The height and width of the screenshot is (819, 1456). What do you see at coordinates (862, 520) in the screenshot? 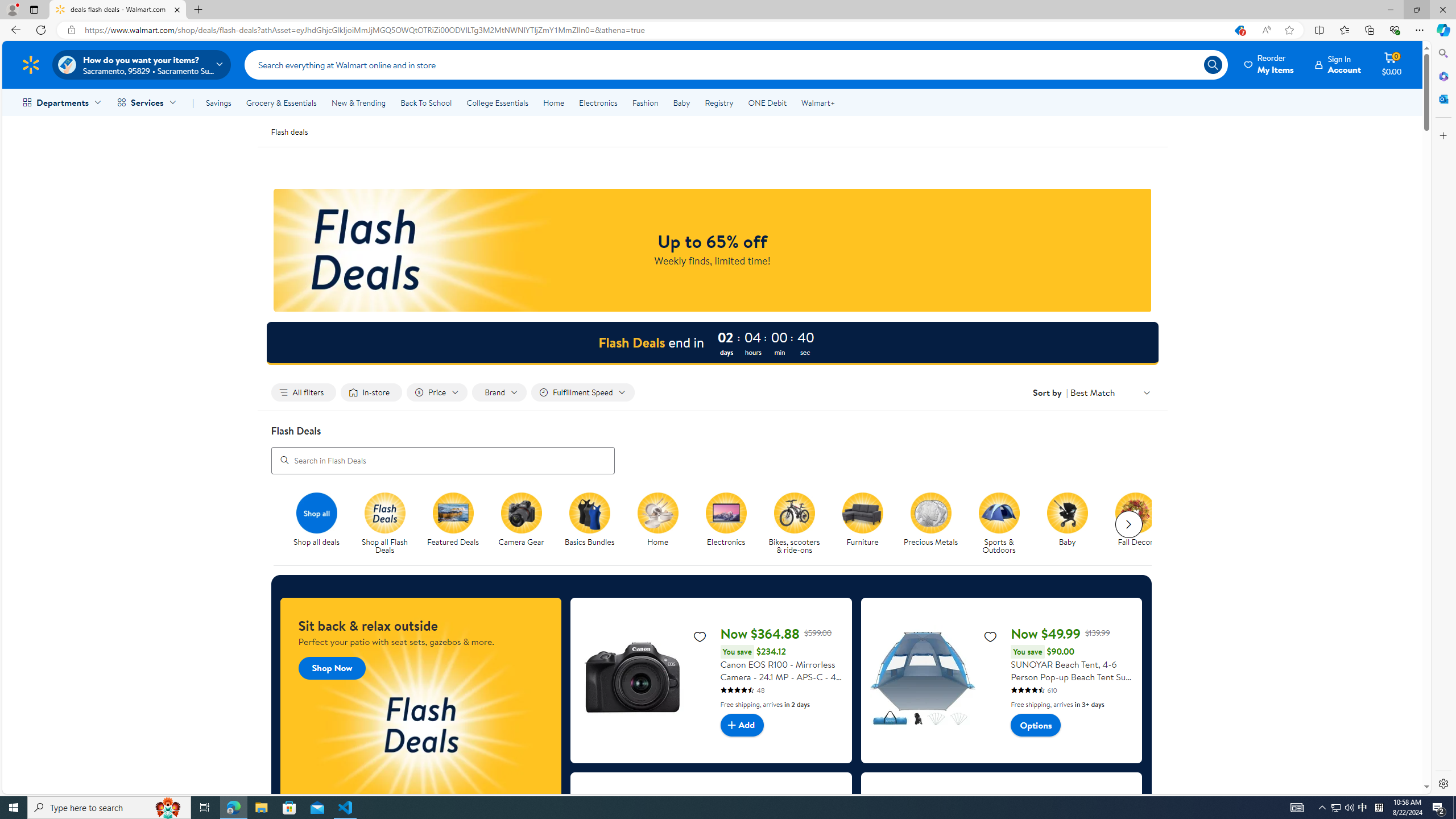
I see `'Furniture Furniture'` at bounding box center [862, 520].